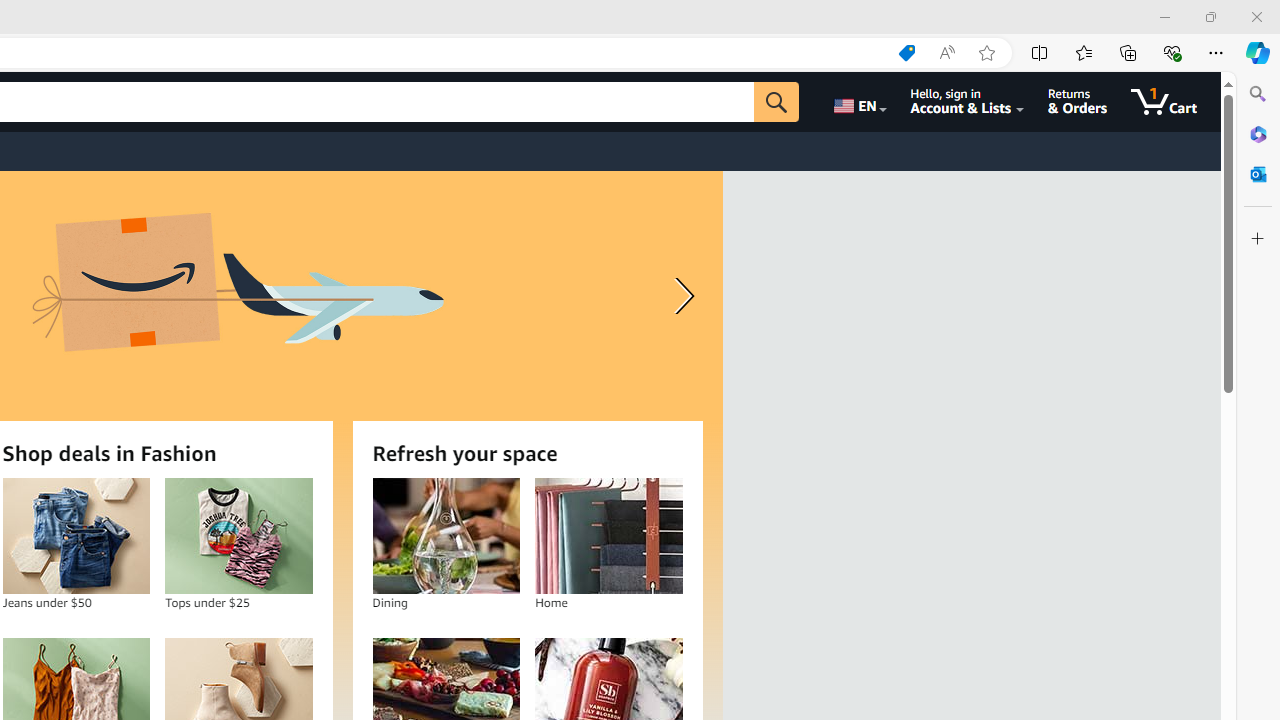 The width and height of the screenshot is (1280, 720). I want to click on 'Tops under $25', so click(238, 535).